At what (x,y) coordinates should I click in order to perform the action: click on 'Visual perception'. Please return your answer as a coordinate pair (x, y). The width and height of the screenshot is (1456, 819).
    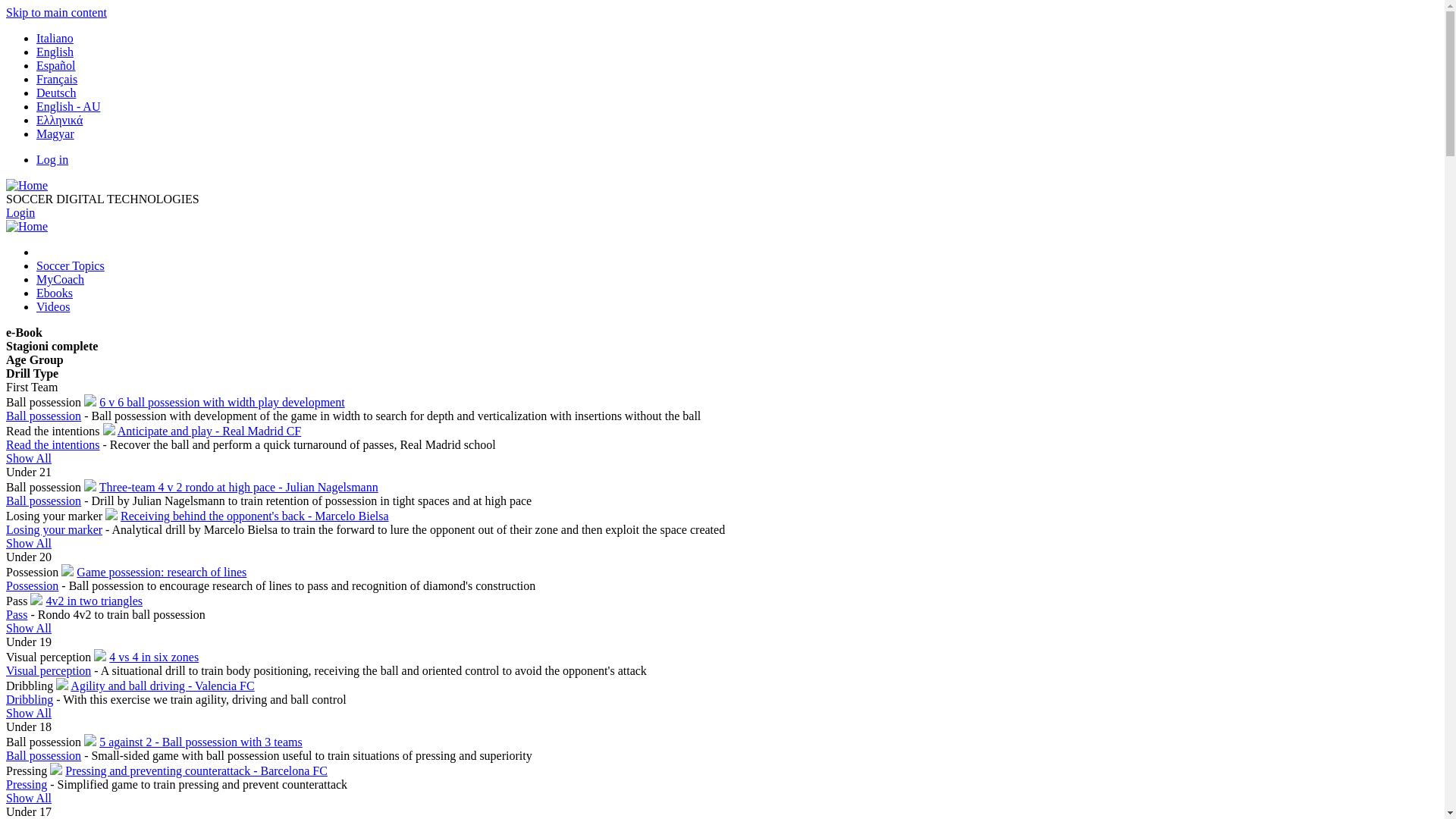
    Looking at the image, I should click on (48, 670).